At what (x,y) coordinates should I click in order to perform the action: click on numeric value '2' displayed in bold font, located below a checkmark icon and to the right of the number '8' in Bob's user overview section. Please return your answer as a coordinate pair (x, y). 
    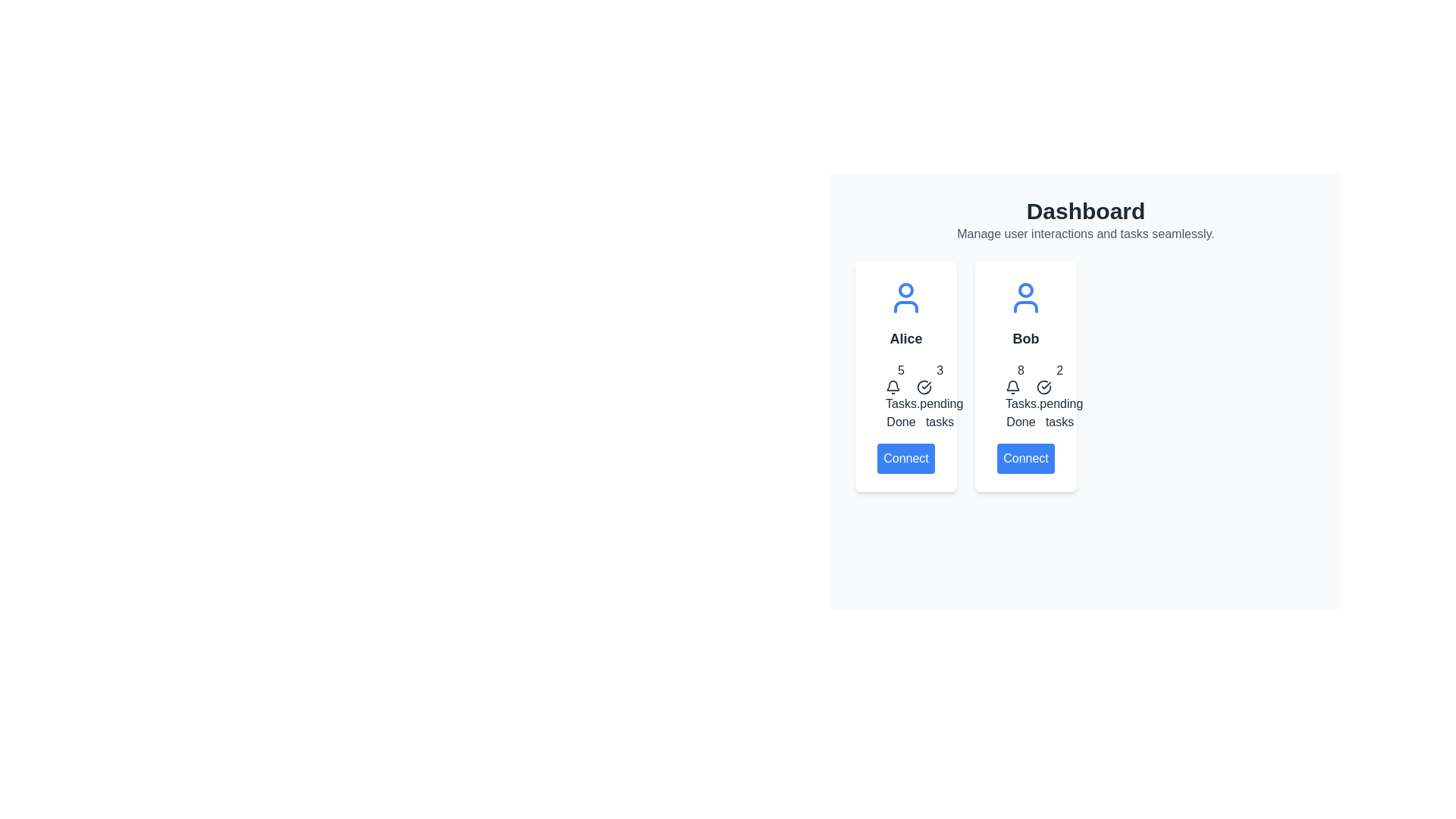
    Looking at the image, I should click on (1059, 371).